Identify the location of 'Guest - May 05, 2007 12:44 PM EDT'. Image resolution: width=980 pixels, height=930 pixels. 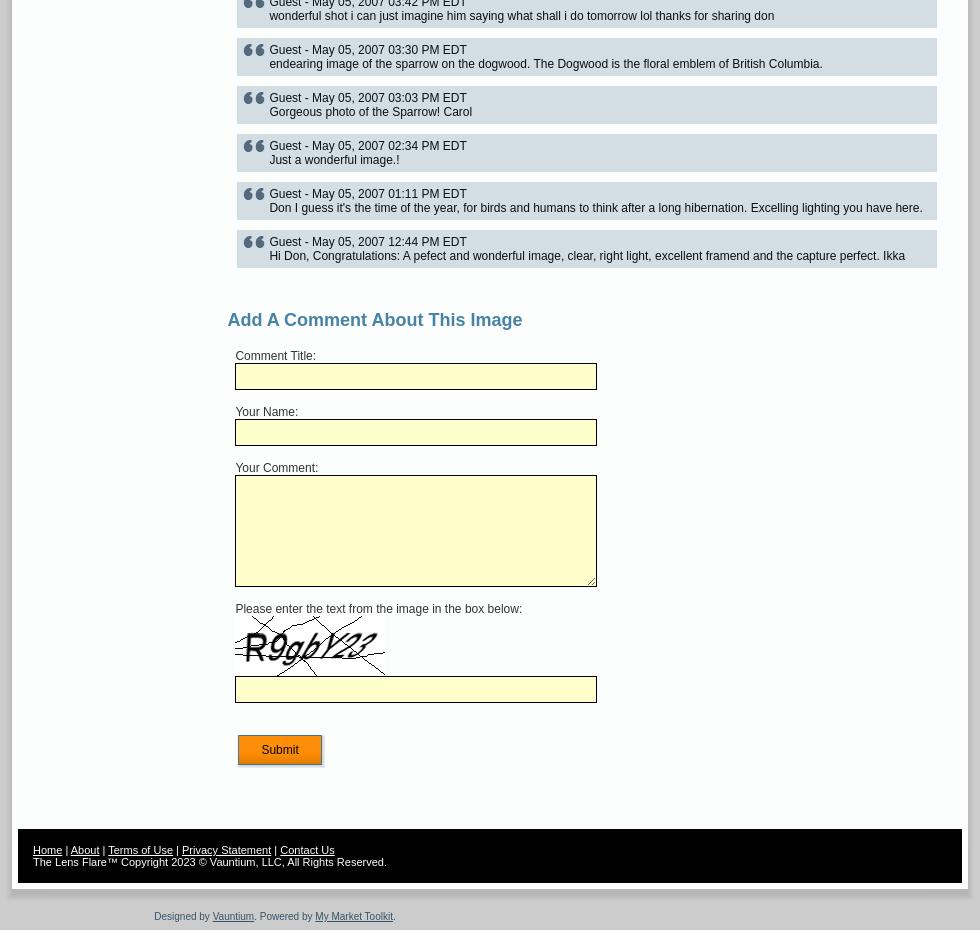
(367, 241).